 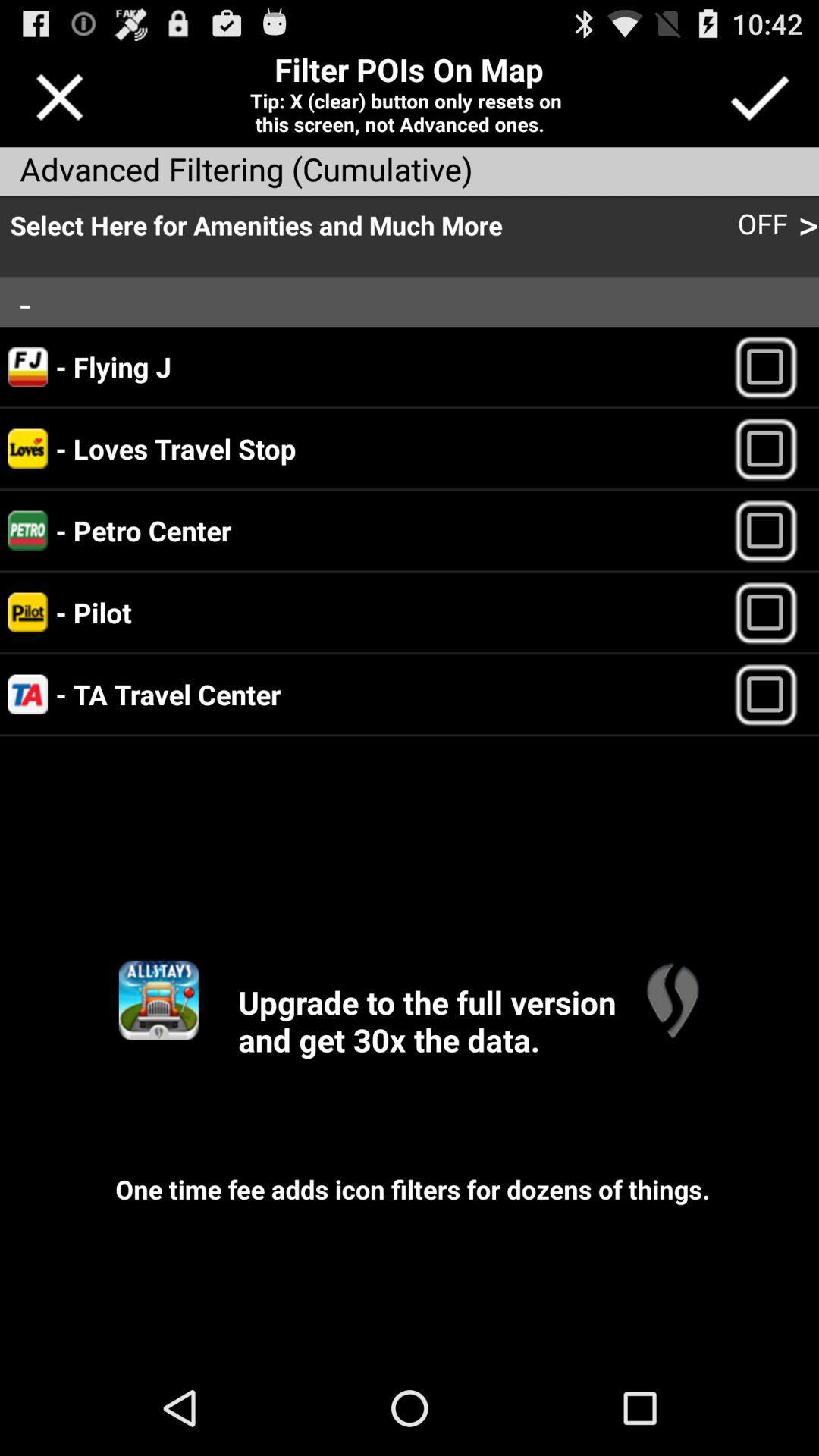 I want to click on click for select opition, so click(x=773, y=447).